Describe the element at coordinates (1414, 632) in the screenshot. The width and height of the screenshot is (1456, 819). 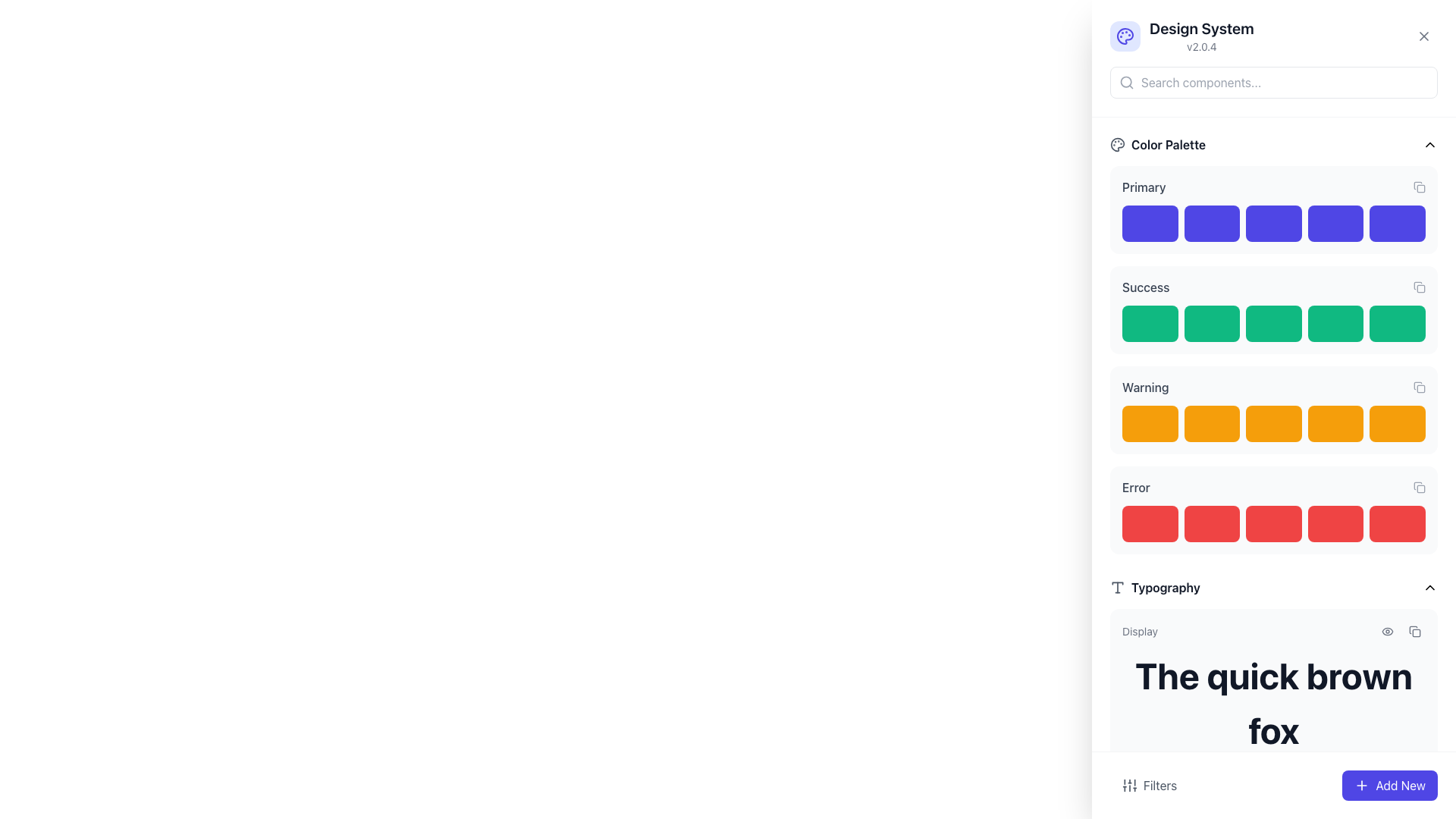
I see `the 'copy' icon button, which is a minimalistic outline styled icon located within the 'Typography' section` at that location.